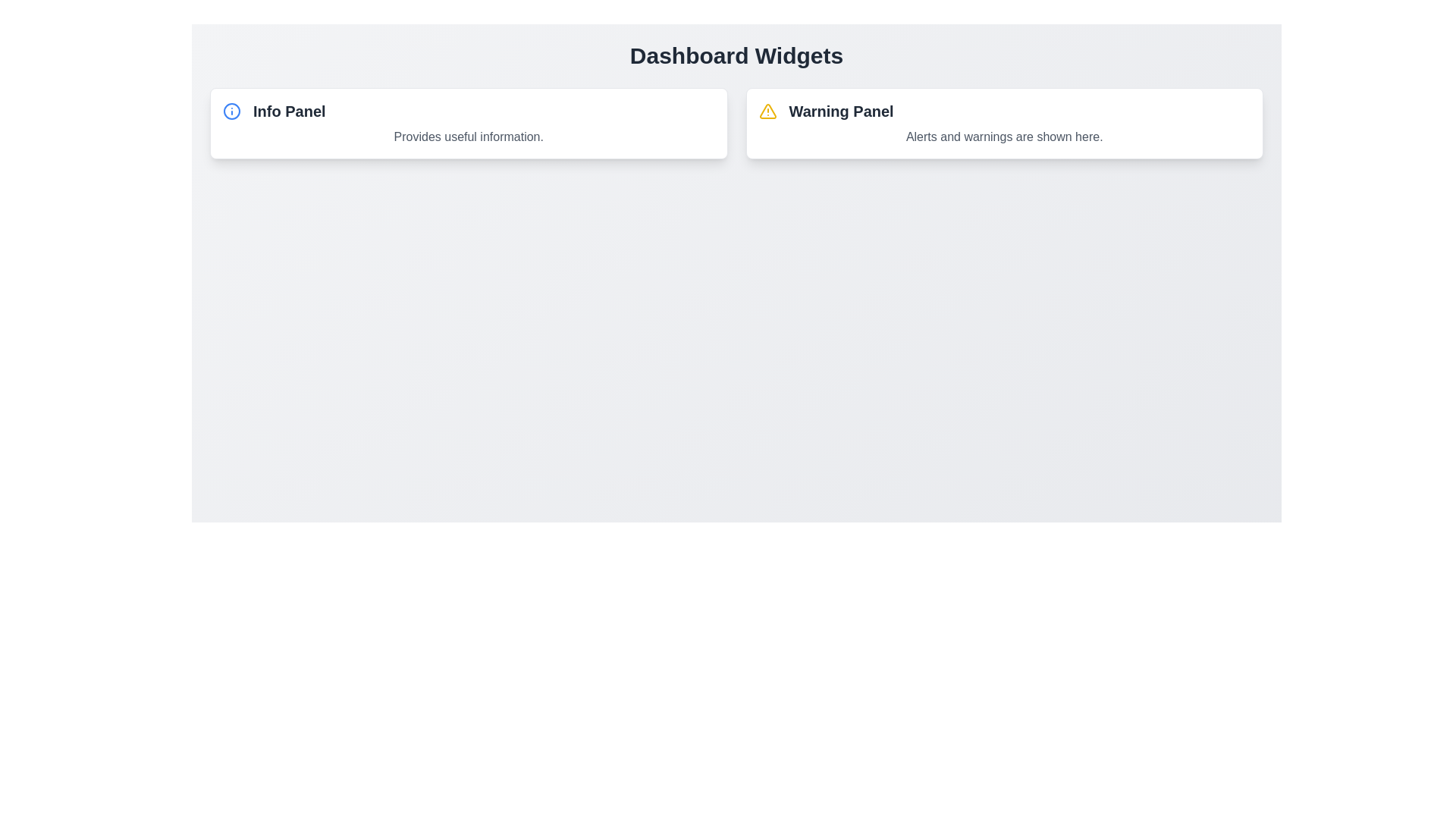 This screenshot has height=819, width=1456. Describe the element at coordinates (231, 110) in the screenshot. I see `the SVG Icon located in the left part of the 'Info Panel' component, which serves as a static visual indicator for the panel` at that location.